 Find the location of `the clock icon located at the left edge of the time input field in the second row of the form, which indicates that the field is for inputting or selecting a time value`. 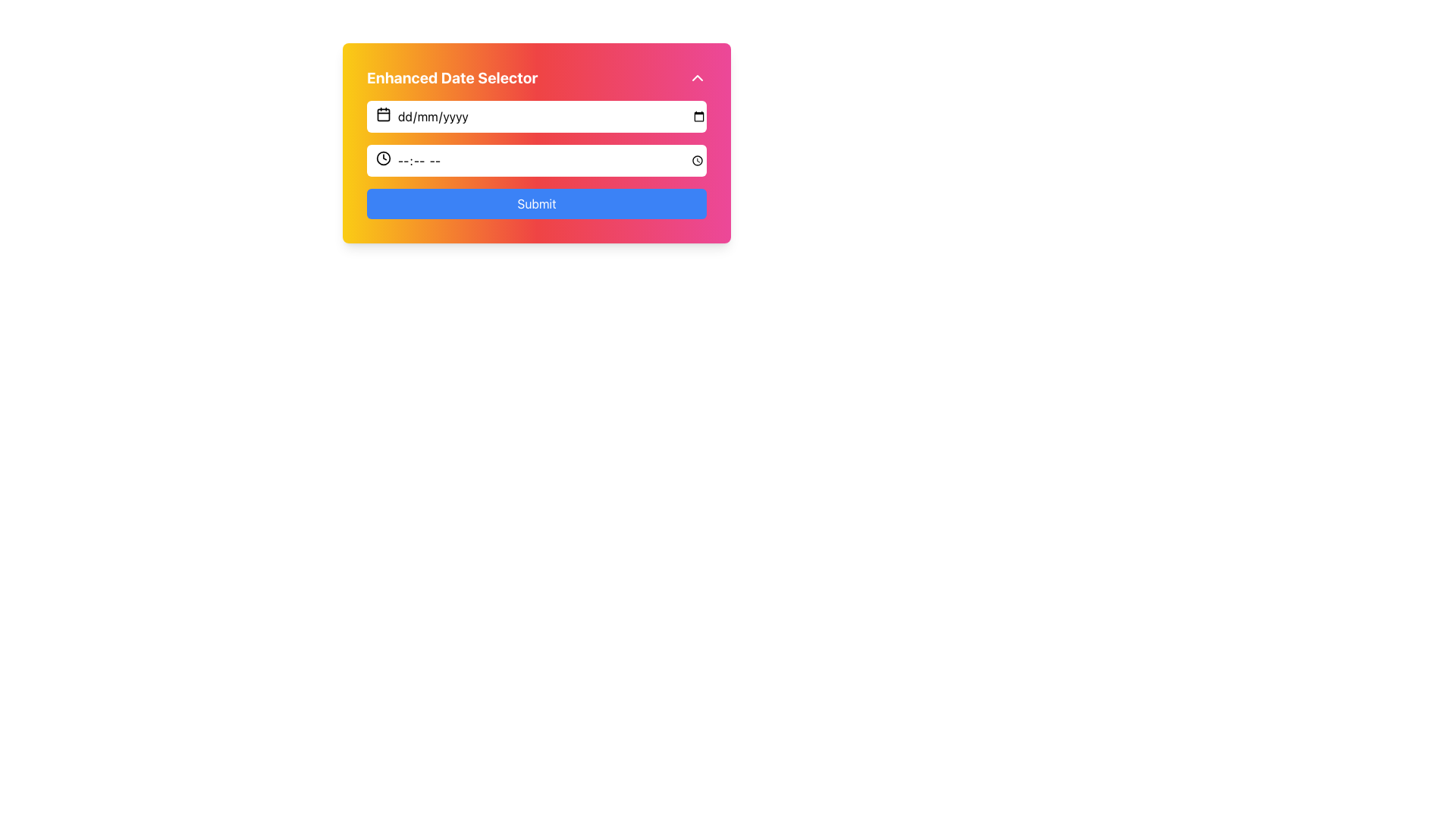

the clock icon located at the left edge of the time input field in the second row of the form, which indicates that the field is for inputting or selecting a time value is located at coordinates (383, 158).